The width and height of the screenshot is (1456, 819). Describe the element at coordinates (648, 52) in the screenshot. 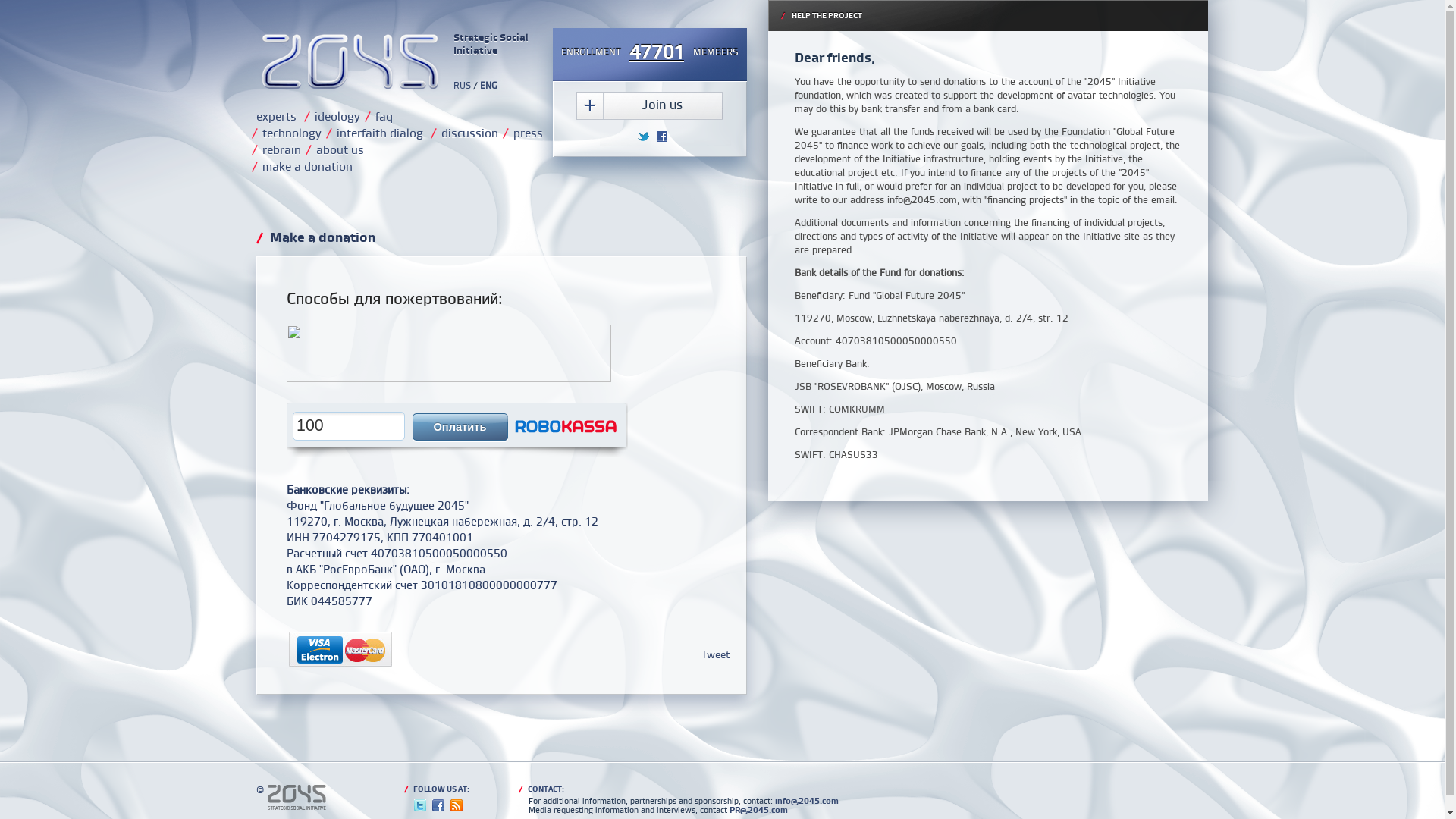

I see `'ENROLLMENT47701MEMBERS'` at that location.